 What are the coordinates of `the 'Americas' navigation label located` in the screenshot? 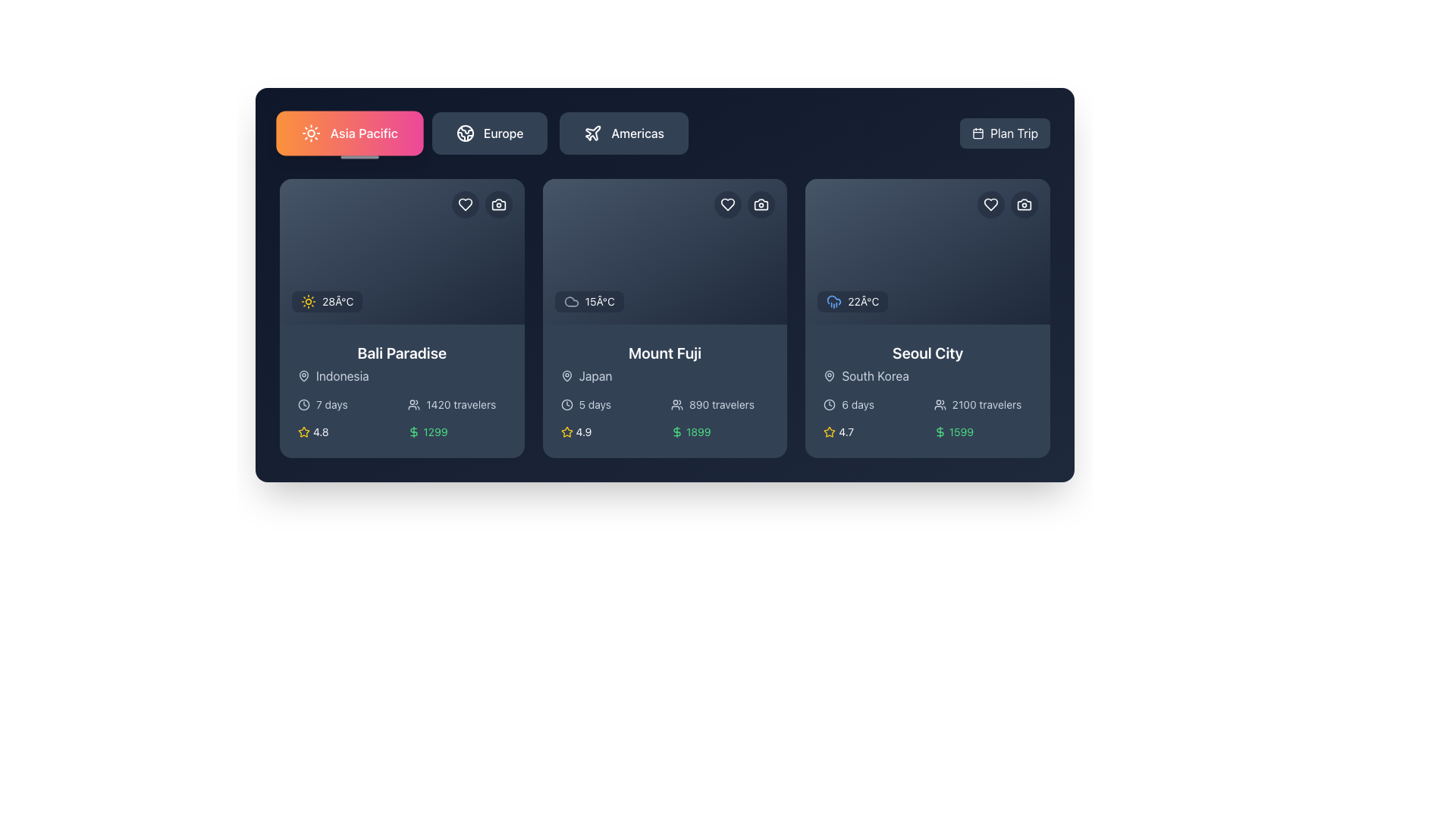 It's located at (638, 133).